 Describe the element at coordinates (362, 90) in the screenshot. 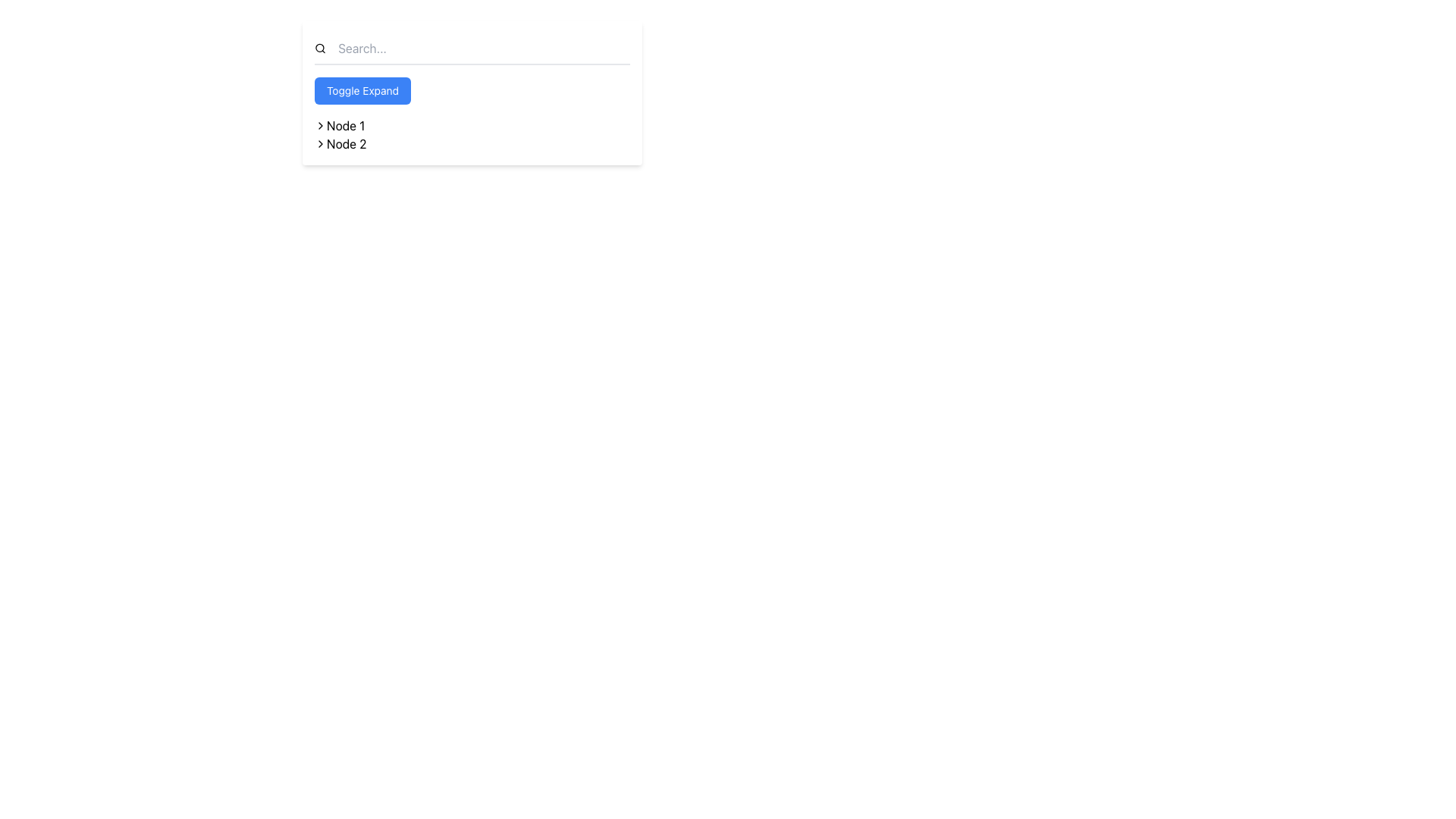

I see `the 'Toggle Expand' button, which has a blue background and white text, located at the top-left region of a section near a search bar` at that location.